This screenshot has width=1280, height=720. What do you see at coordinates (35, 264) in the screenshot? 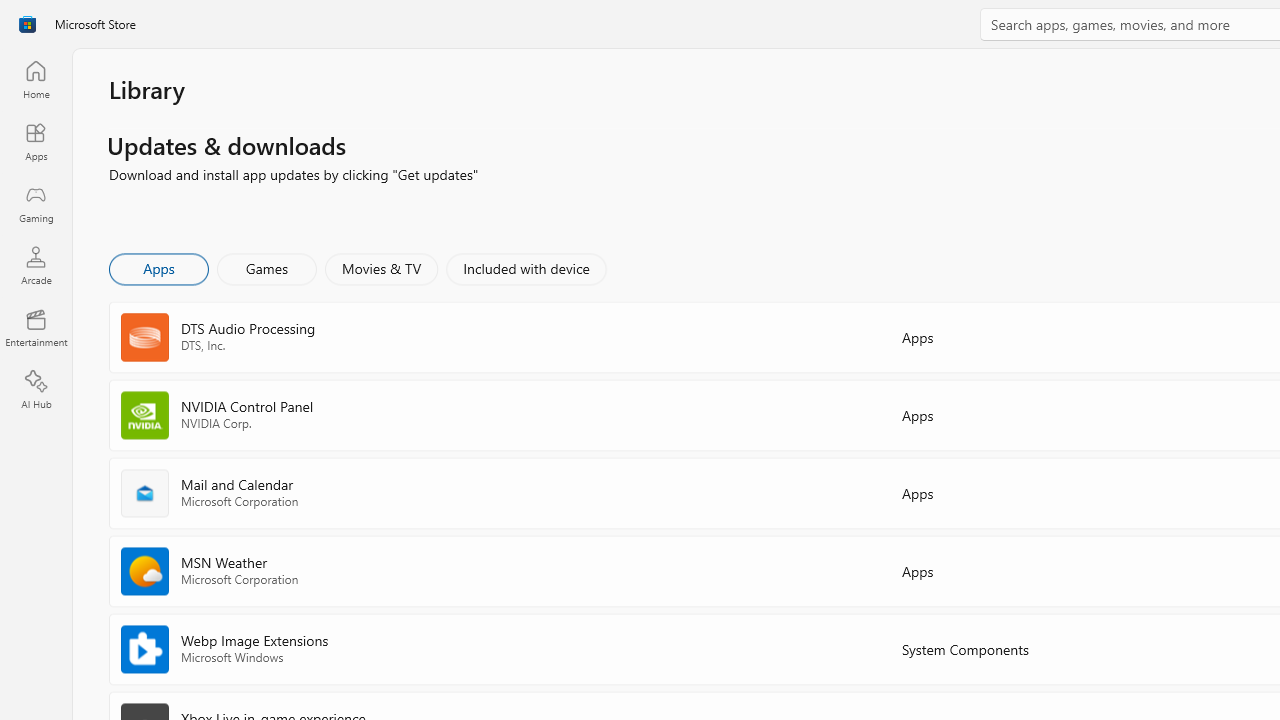
I see `'Arcade'` at bounding box center [35, 264].